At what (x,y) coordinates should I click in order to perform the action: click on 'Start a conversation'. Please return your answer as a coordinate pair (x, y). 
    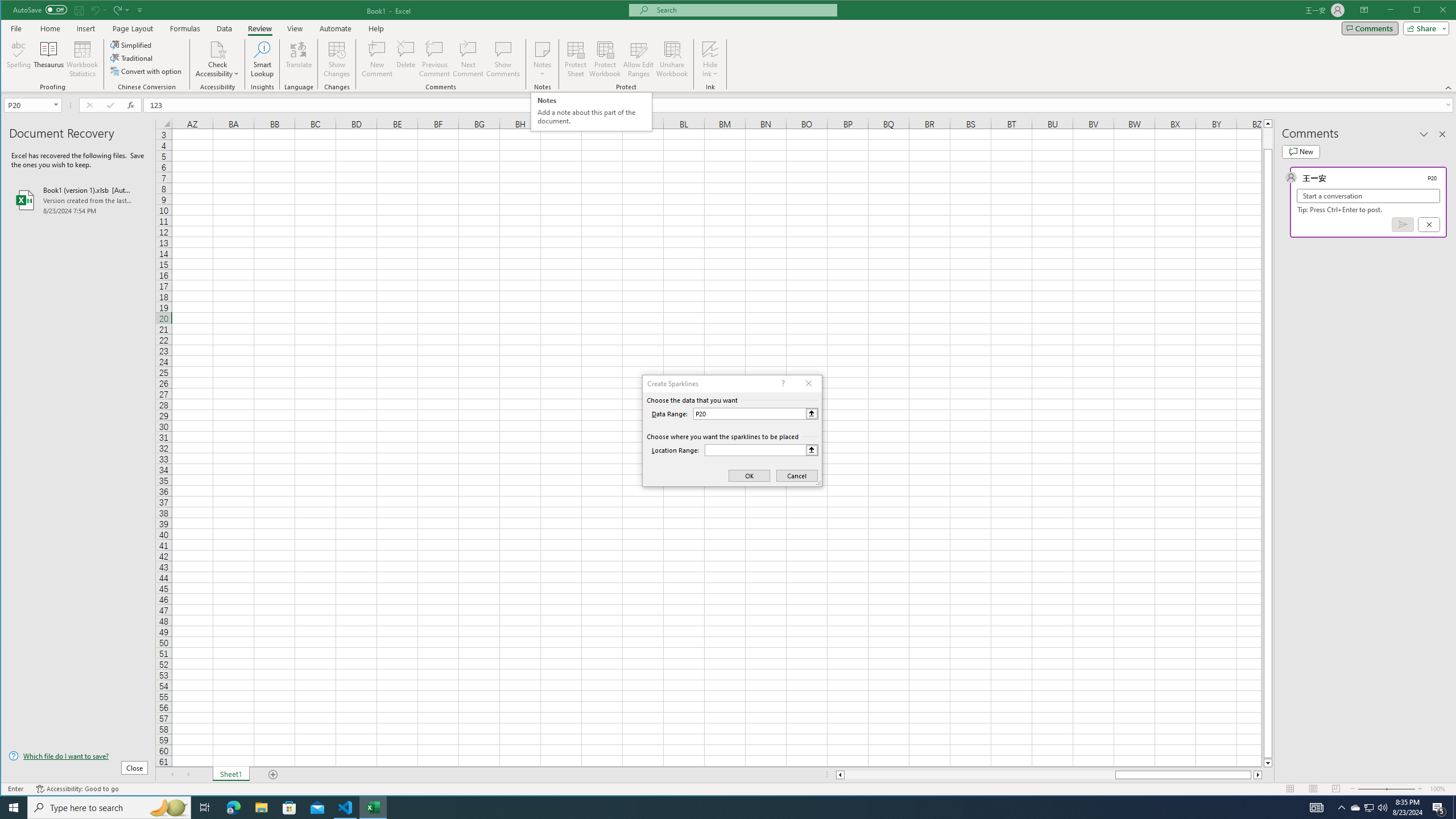
    Looking at the image, I should click on (1368, 196).